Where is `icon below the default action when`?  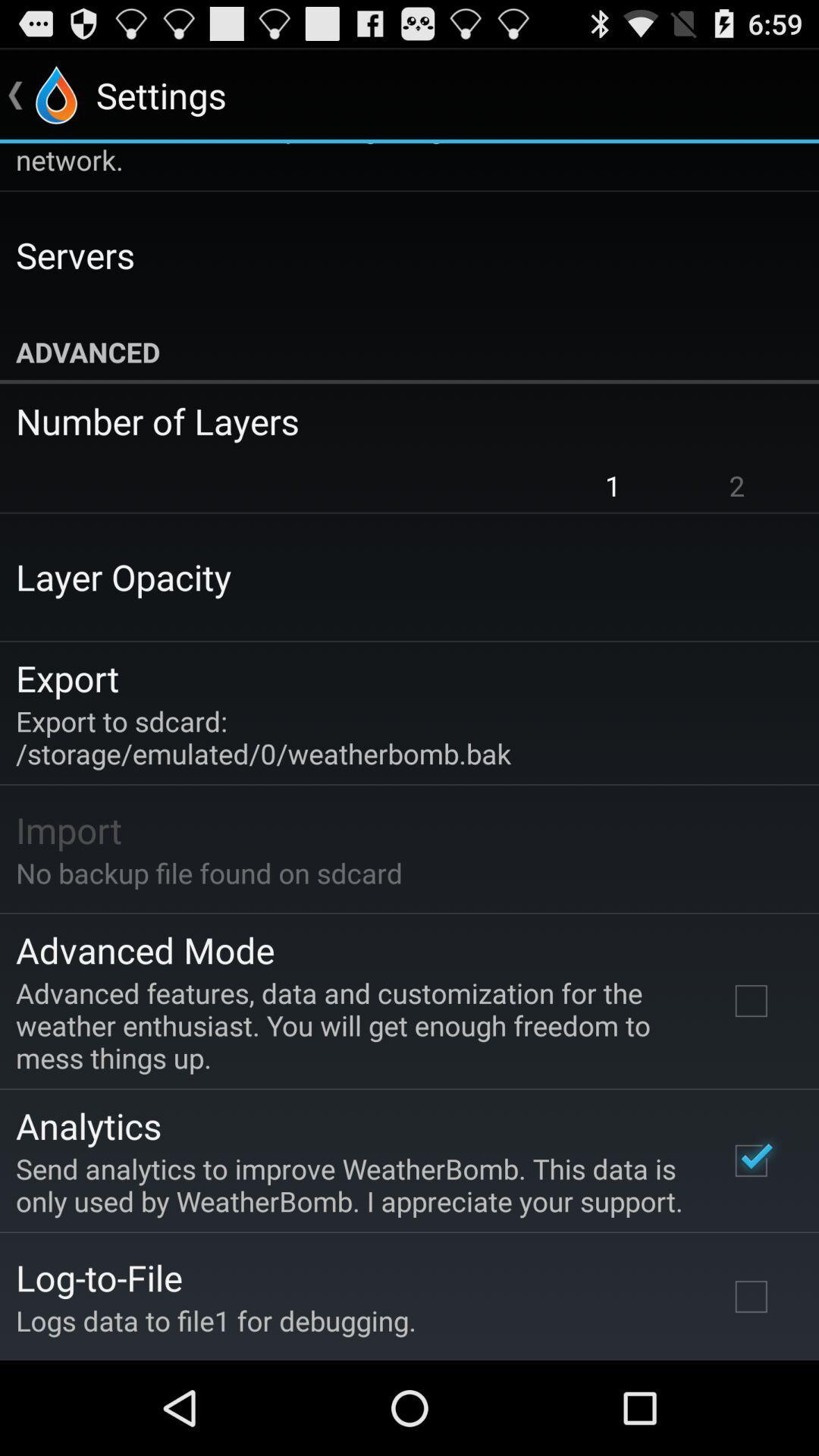 icon below the default action when is located at coordinates (75, 255).